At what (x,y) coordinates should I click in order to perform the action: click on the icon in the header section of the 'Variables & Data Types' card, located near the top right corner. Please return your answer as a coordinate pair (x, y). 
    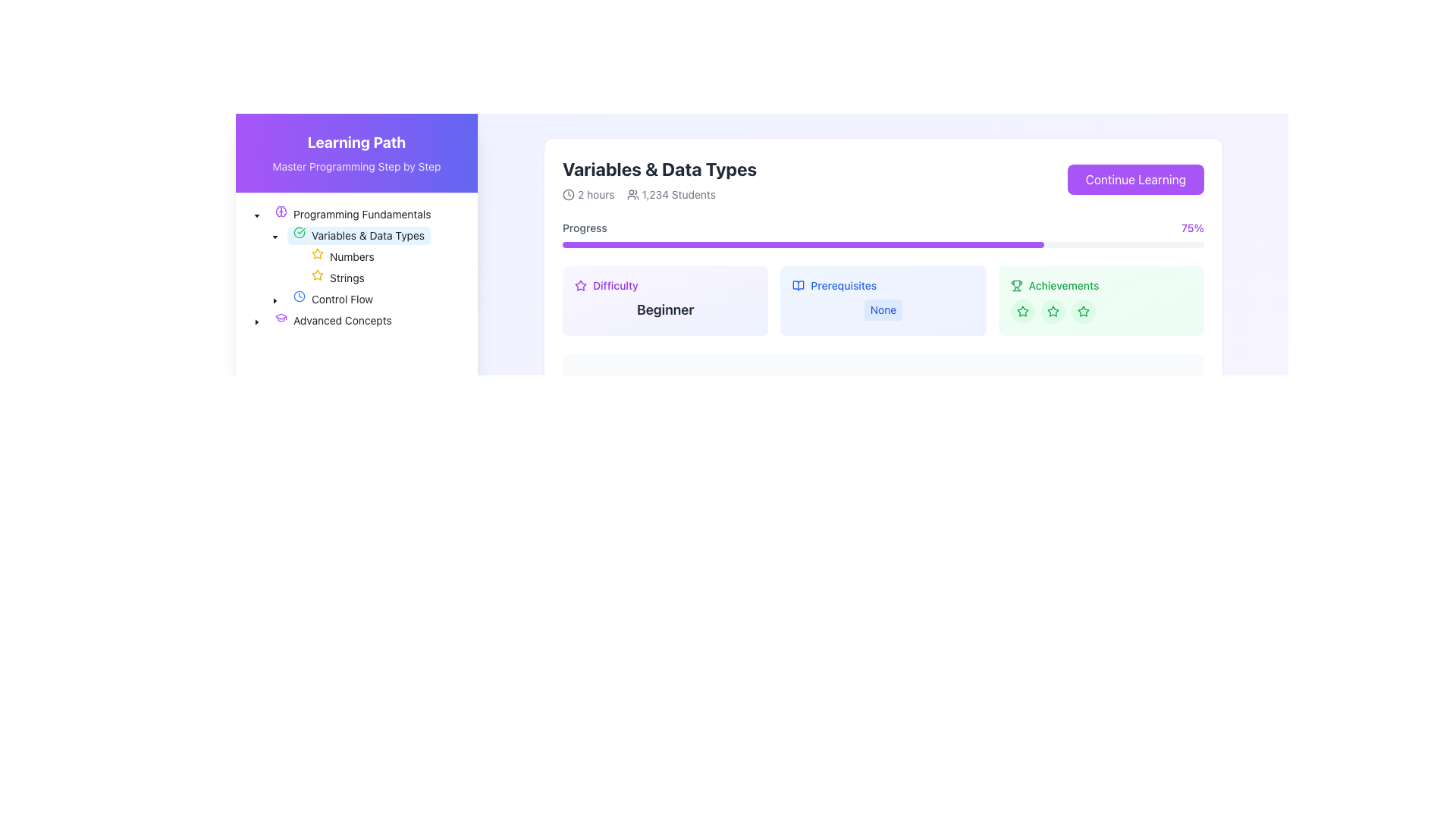
    Looking at the image, I should click on (798, 286).